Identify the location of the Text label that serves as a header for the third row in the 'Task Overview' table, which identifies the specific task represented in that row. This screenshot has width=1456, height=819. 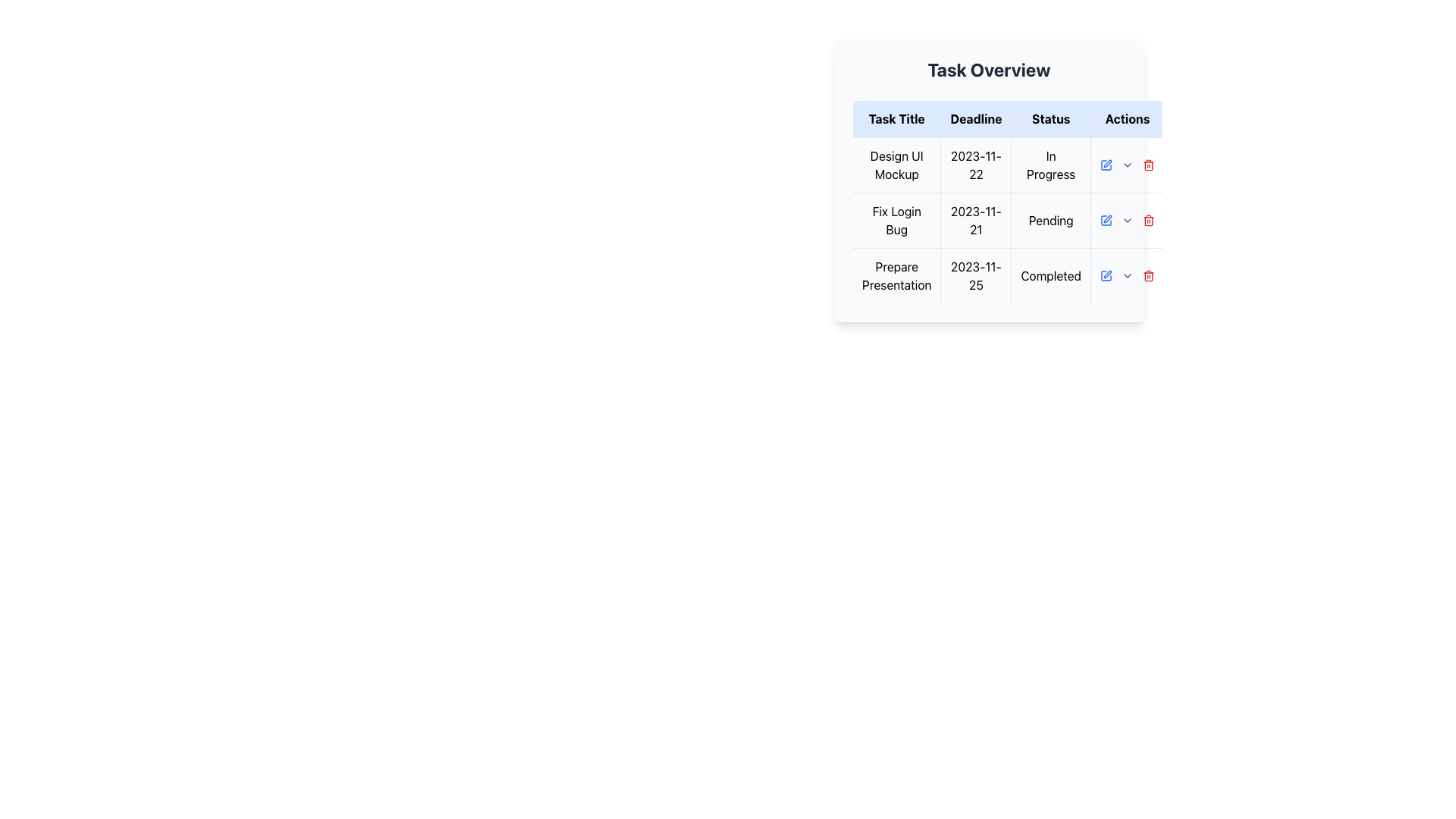
(896, 275).